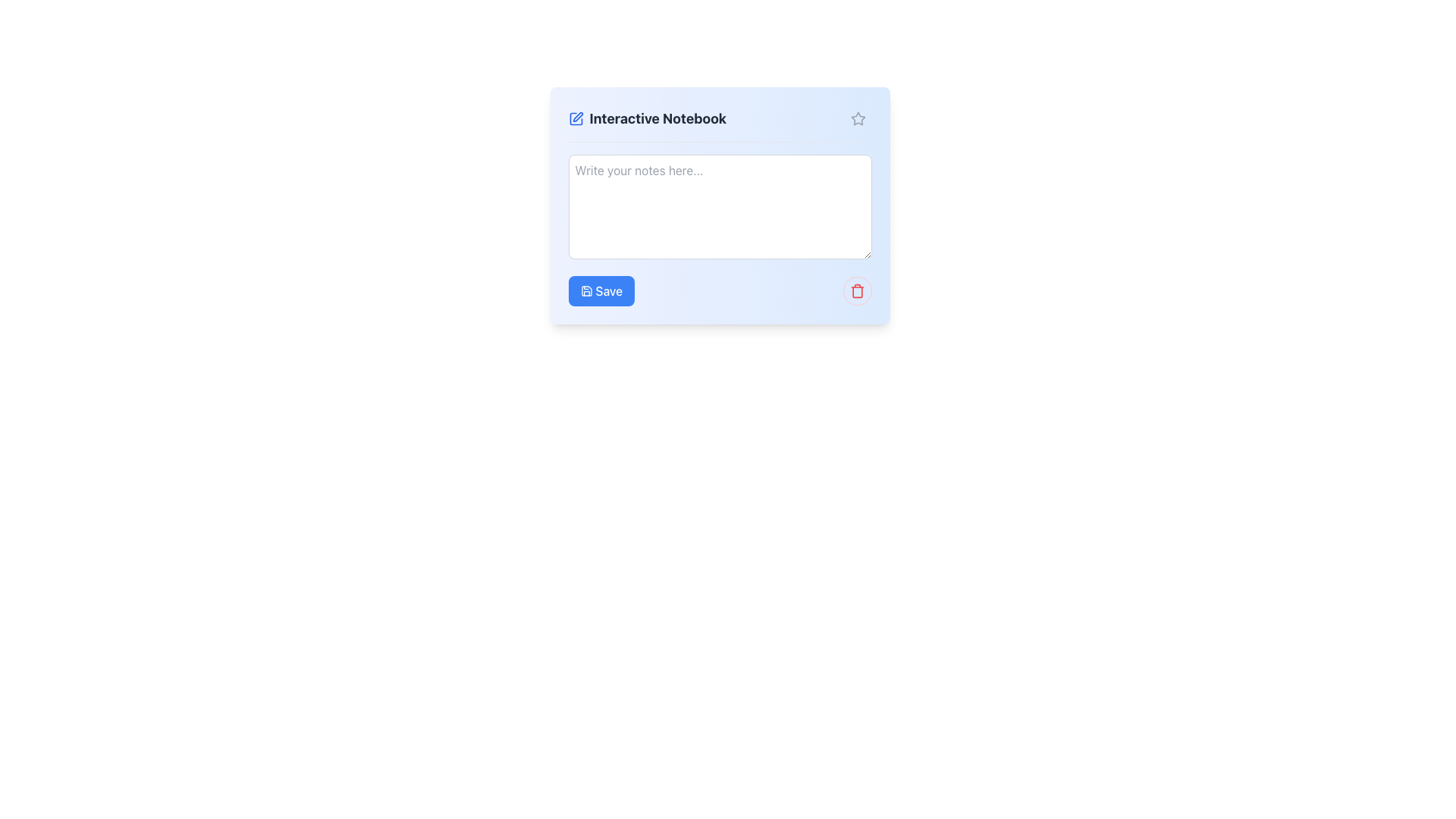  I want to click on the bold blue 'Save' button located at the bottom-left corner of the card interface, so click(609, 291).